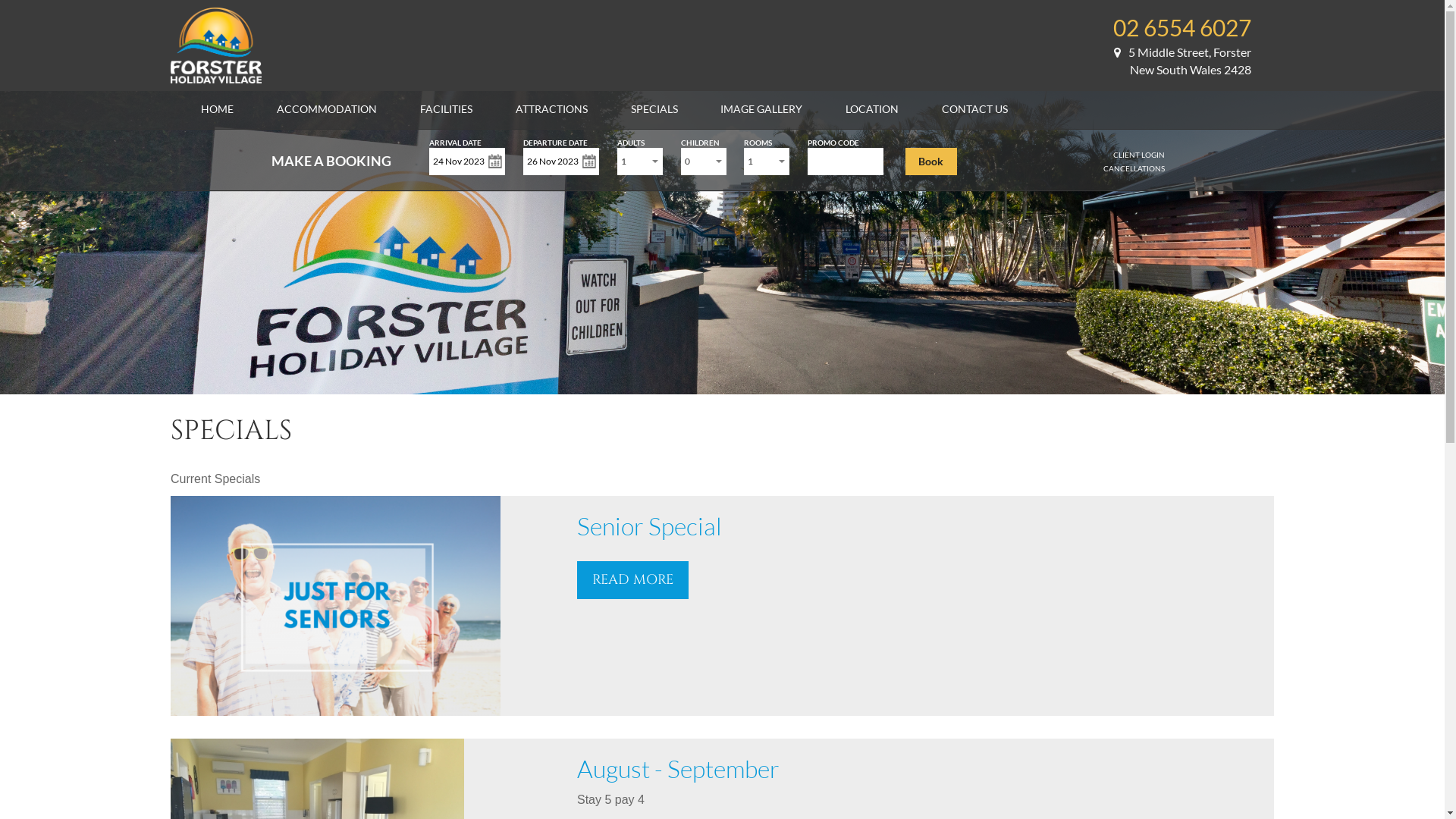  What do you see at coordinates (1134, 168) in the screenshot?
I see `'CANCELLATIONS'` at bounding box center [1134, 168].